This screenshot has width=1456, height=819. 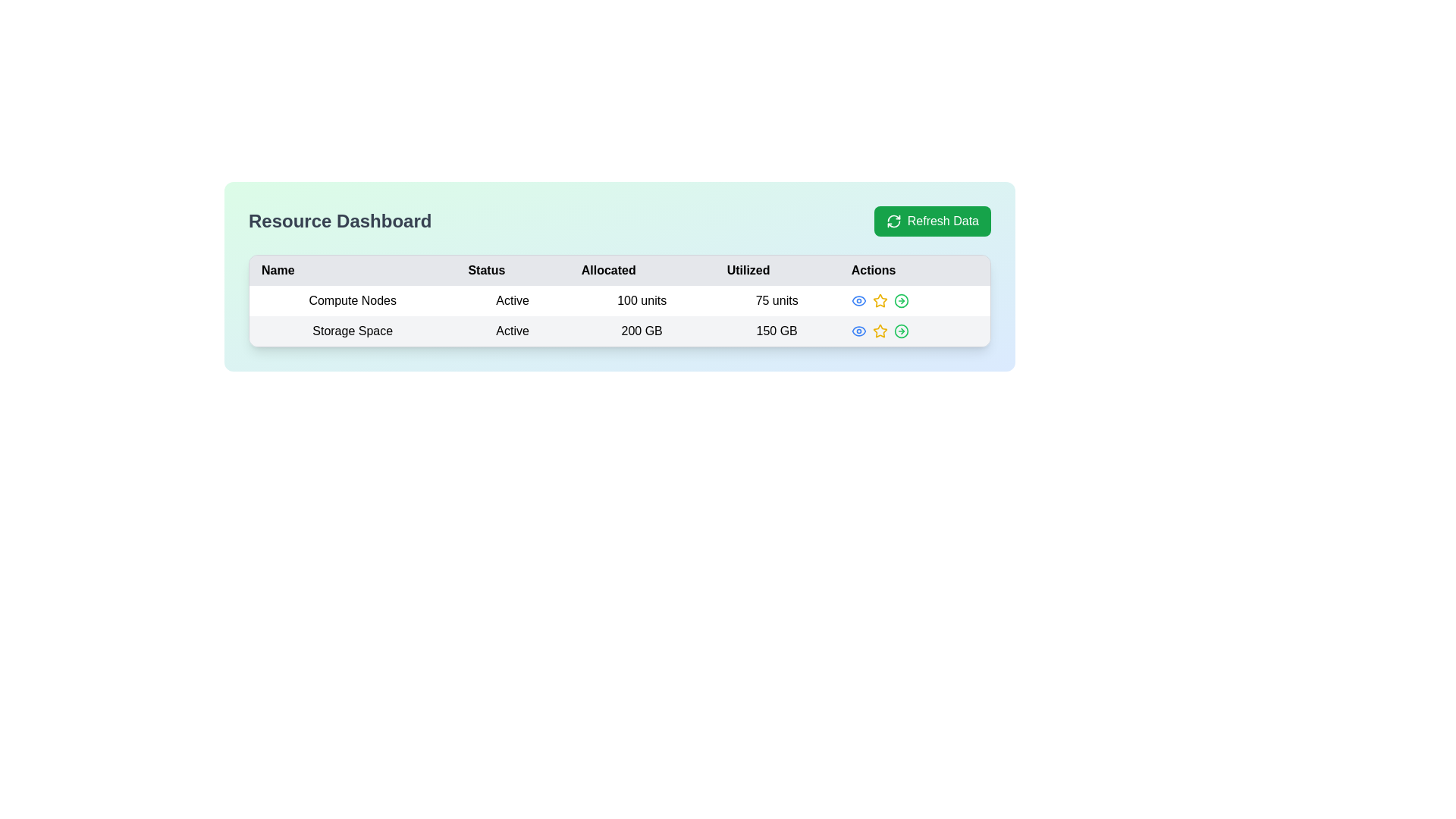 I want to click on the text label displaying '150 GB' in bold style, located in the second row under the 'Utilized' column of the table, positioned between '200 GB' and action icons, so click(x=777, y=330).